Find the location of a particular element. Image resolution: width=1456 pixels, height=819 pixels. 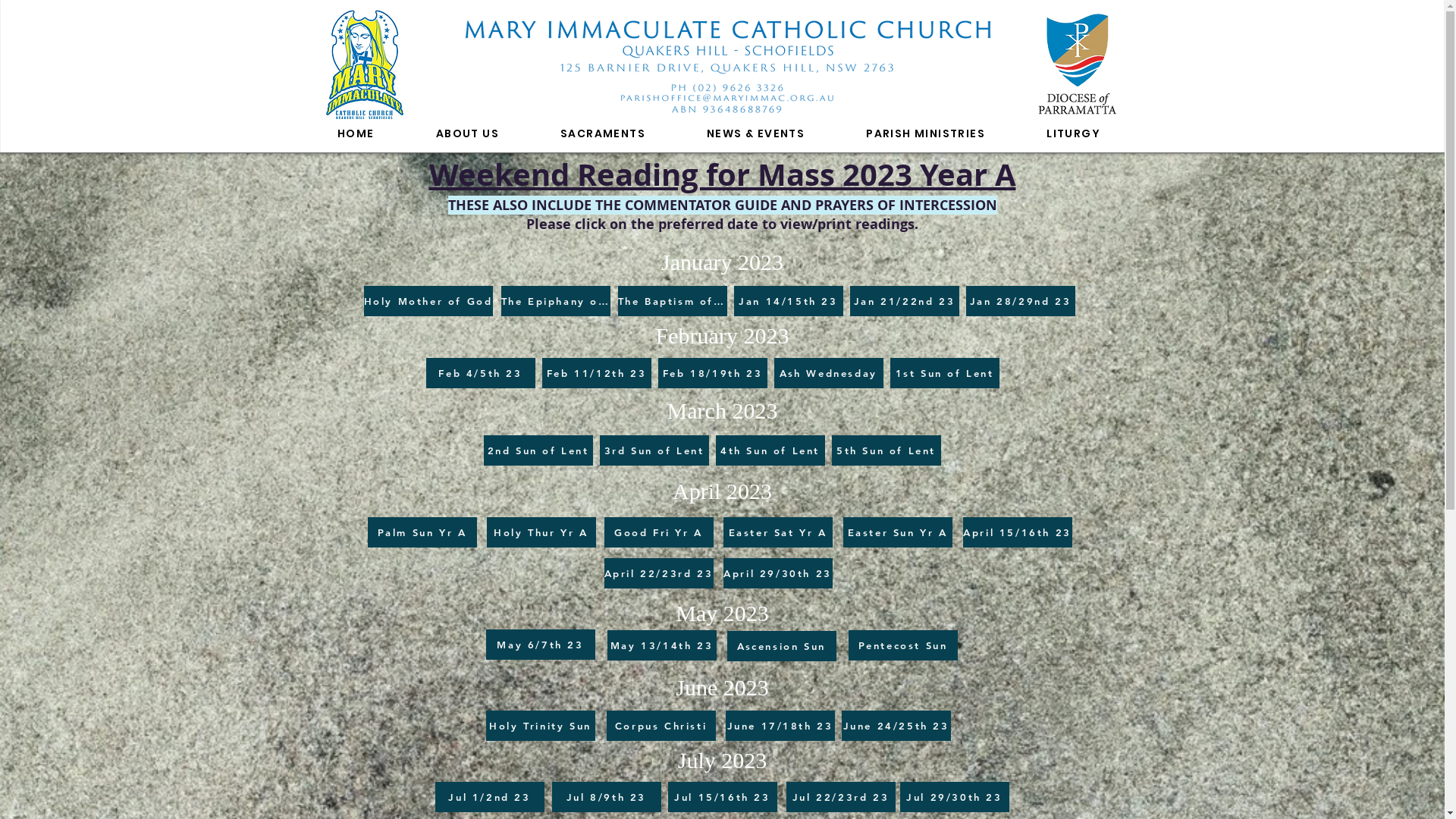

'Mary Immaculate Parish' is located at coordinates (364, 63).